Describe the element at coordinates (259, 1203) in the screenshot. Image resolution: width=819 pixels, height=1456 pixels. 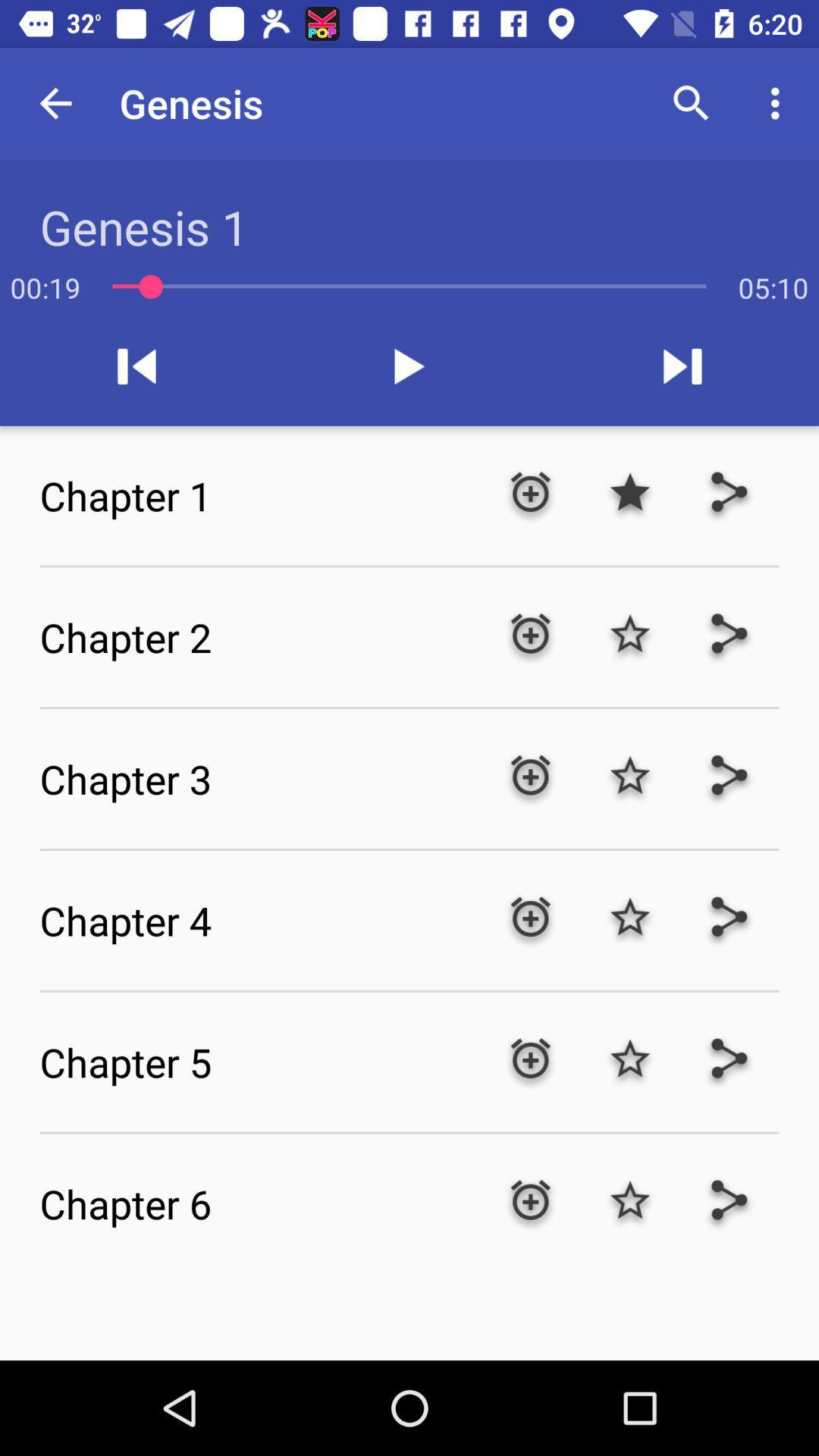
I see `the chapter 6` at that location.